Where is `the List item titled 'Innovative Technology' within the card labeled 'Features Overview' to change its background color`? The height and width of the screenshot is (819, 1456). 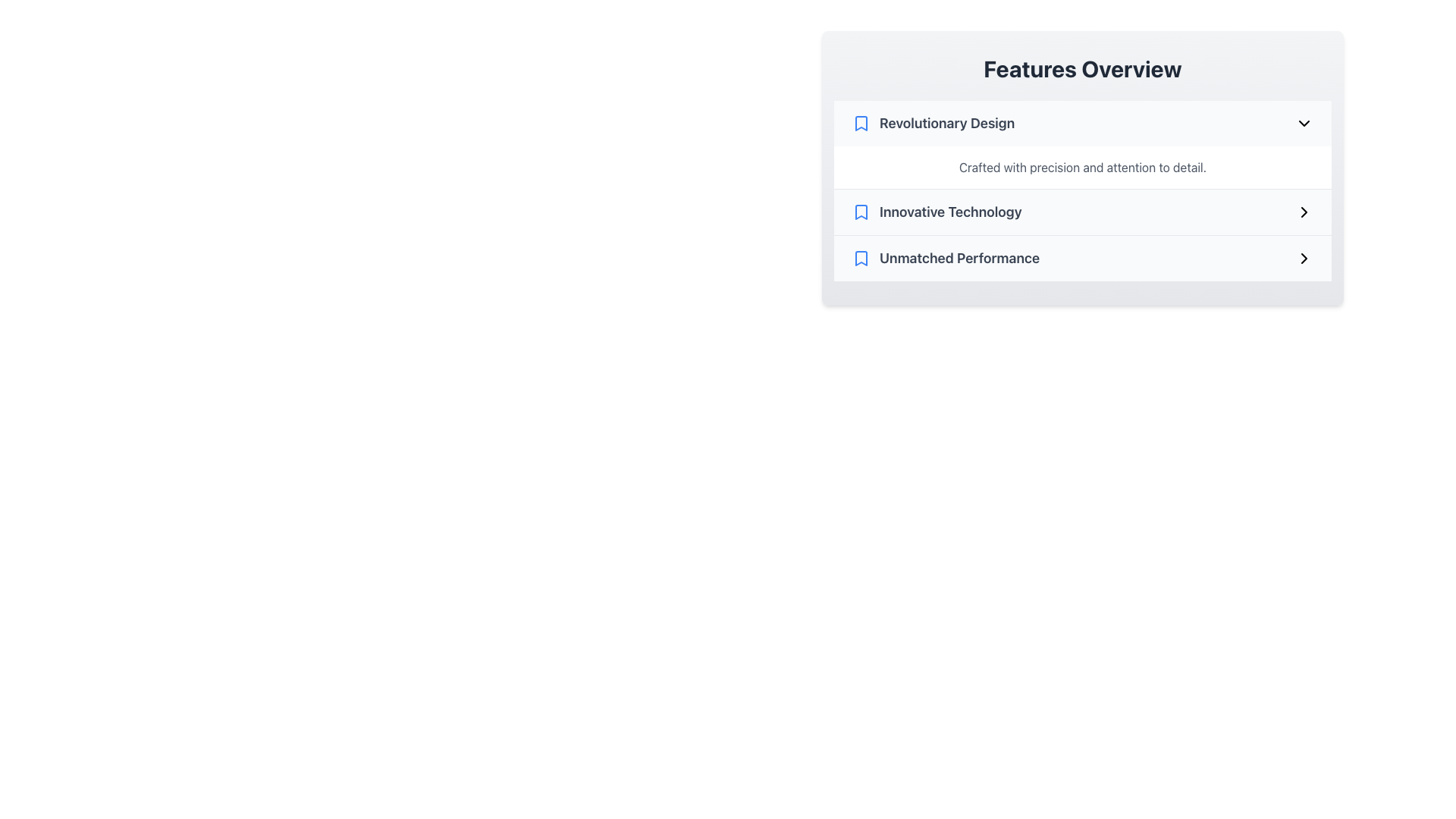 the List item titled 'Innovative Technology' within the card labeled 'Features Overview' to change its background color is located at coordinates (1082, 212).